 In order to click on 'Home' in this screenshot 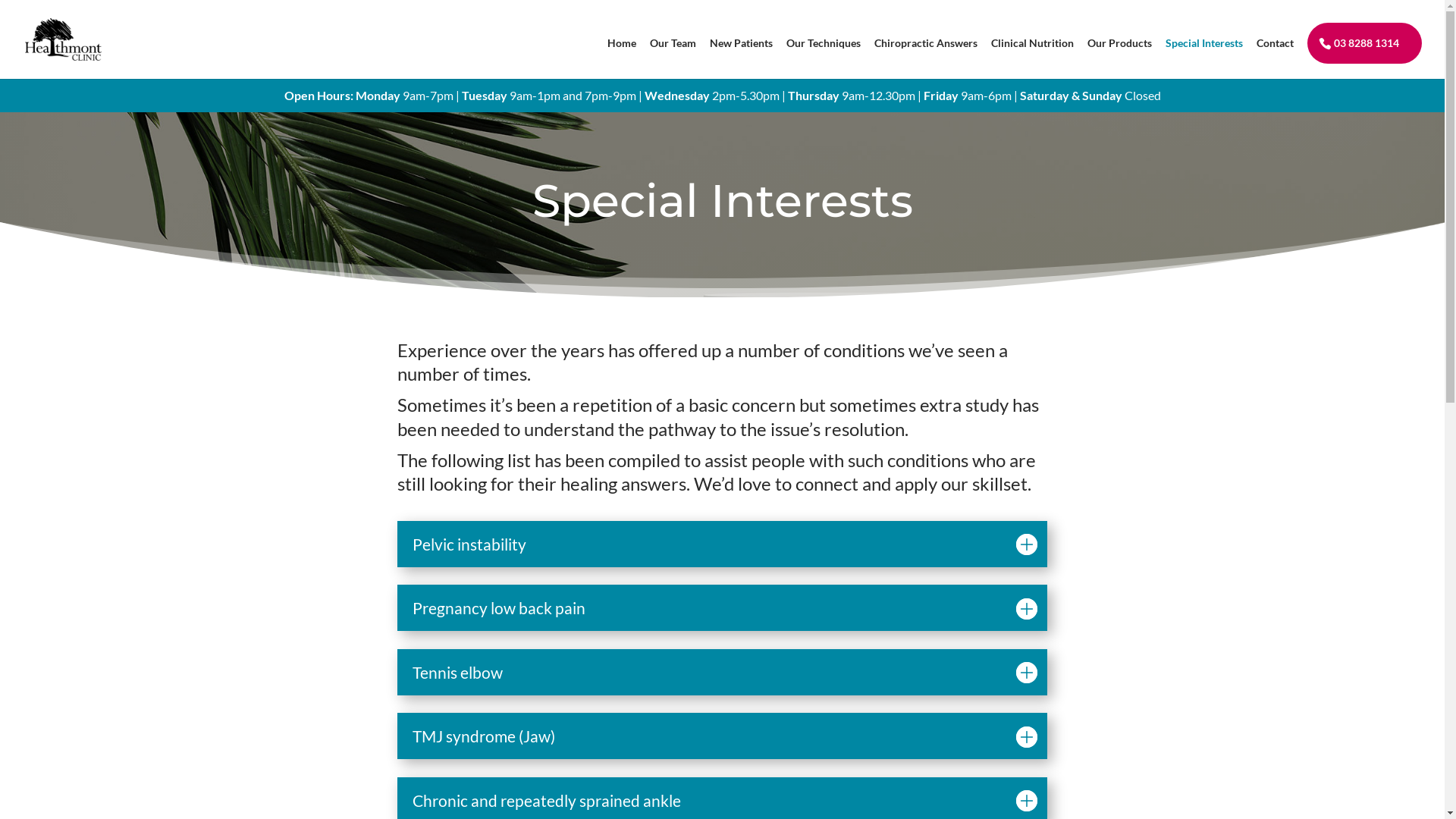, I will do `click(622, 54)`.